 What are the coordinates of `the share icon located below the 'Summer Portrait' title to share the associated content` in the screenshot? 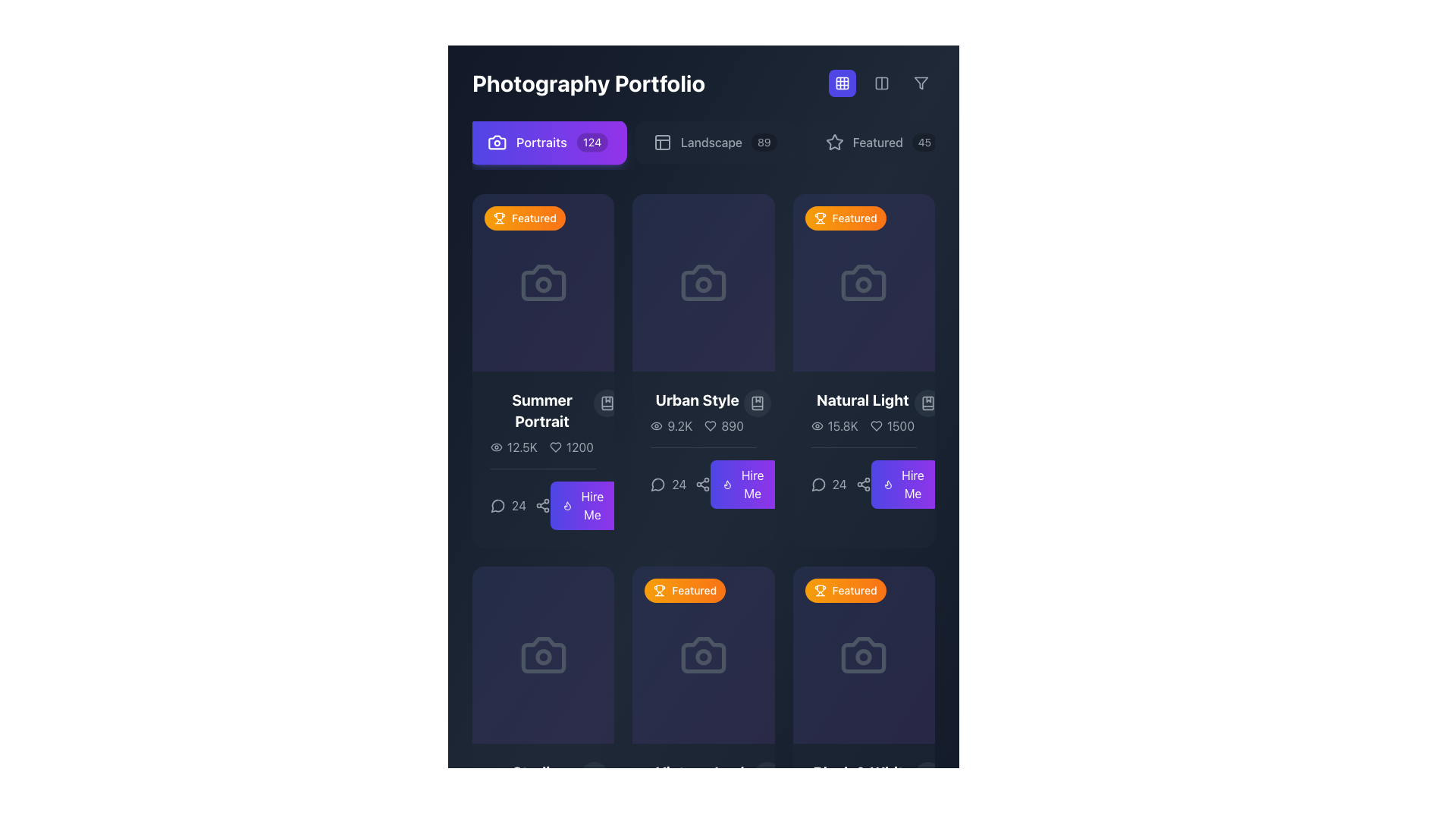 It's located at (543, 499).